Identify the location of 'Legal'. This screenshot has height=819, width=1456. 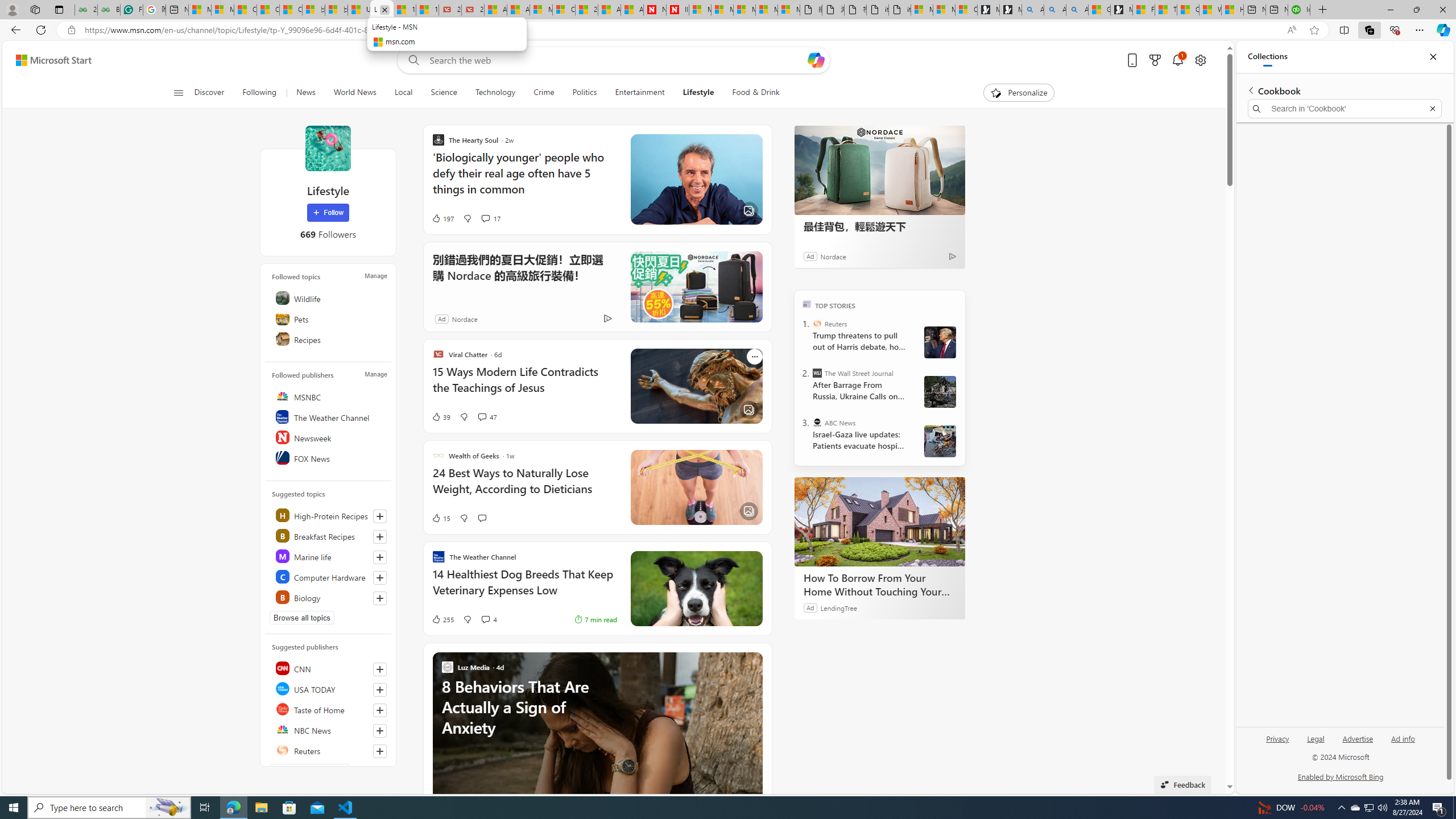
(1314, 742).